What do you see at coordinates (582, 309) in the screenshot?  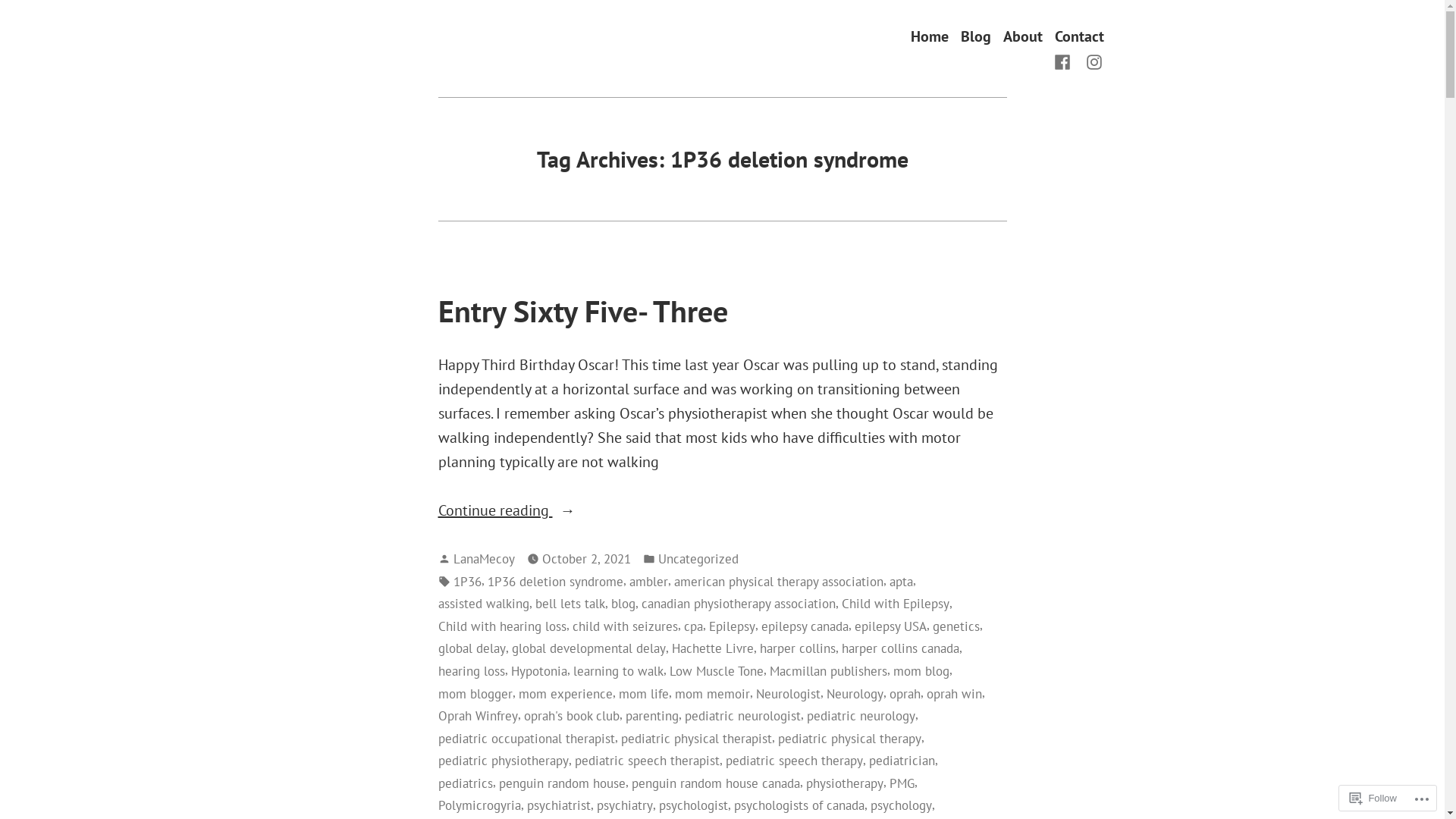 I see `'Entry Sixty Five- Three'` at bounding box center [582, 309].